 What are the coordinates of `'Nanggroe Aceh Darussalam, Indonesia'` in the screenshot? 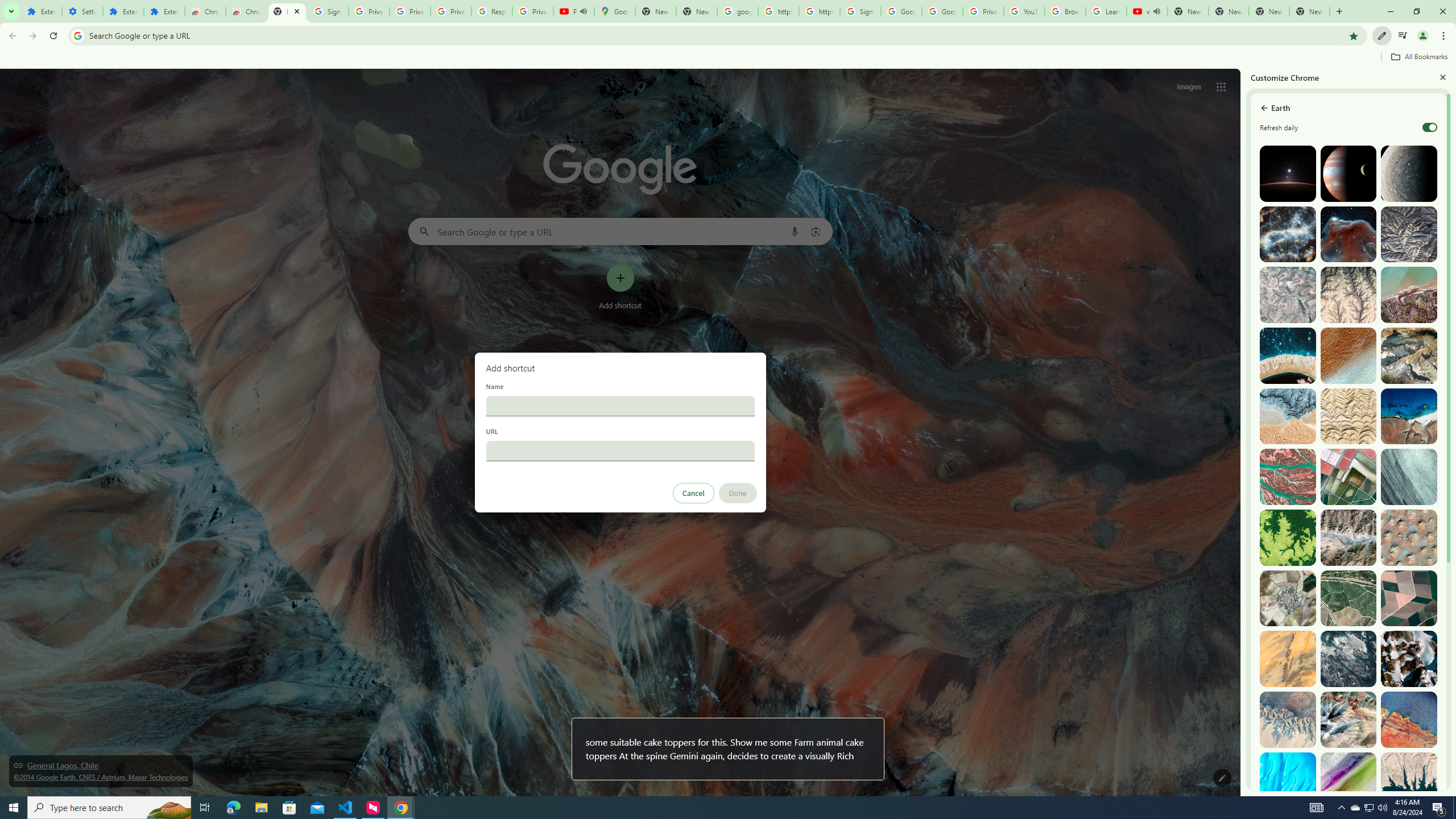 It's located at (1408, 295).